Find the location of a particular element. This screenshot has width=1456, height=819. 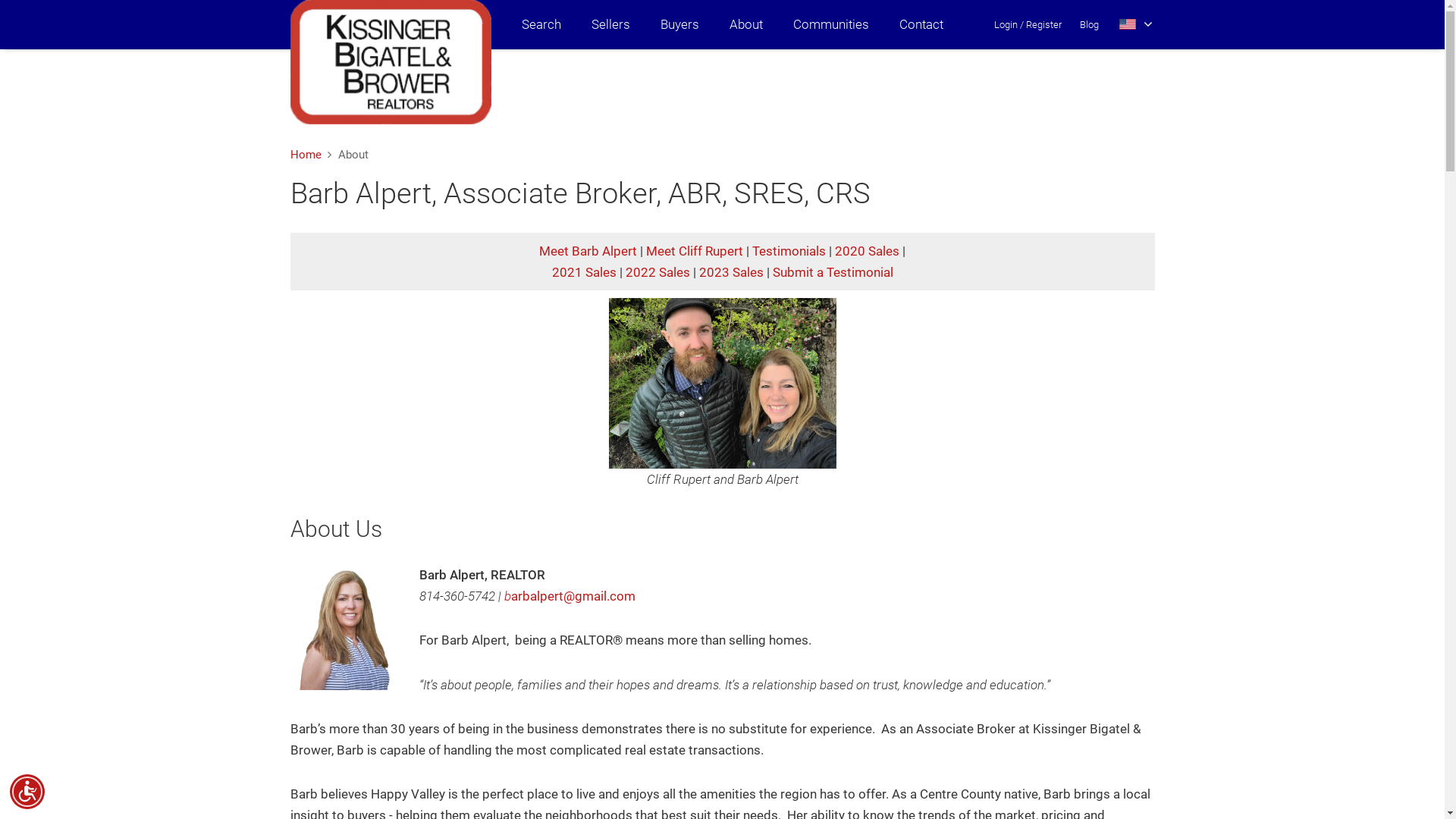

'Meet Cliff Rupert' is located at coordinates (645, 250).